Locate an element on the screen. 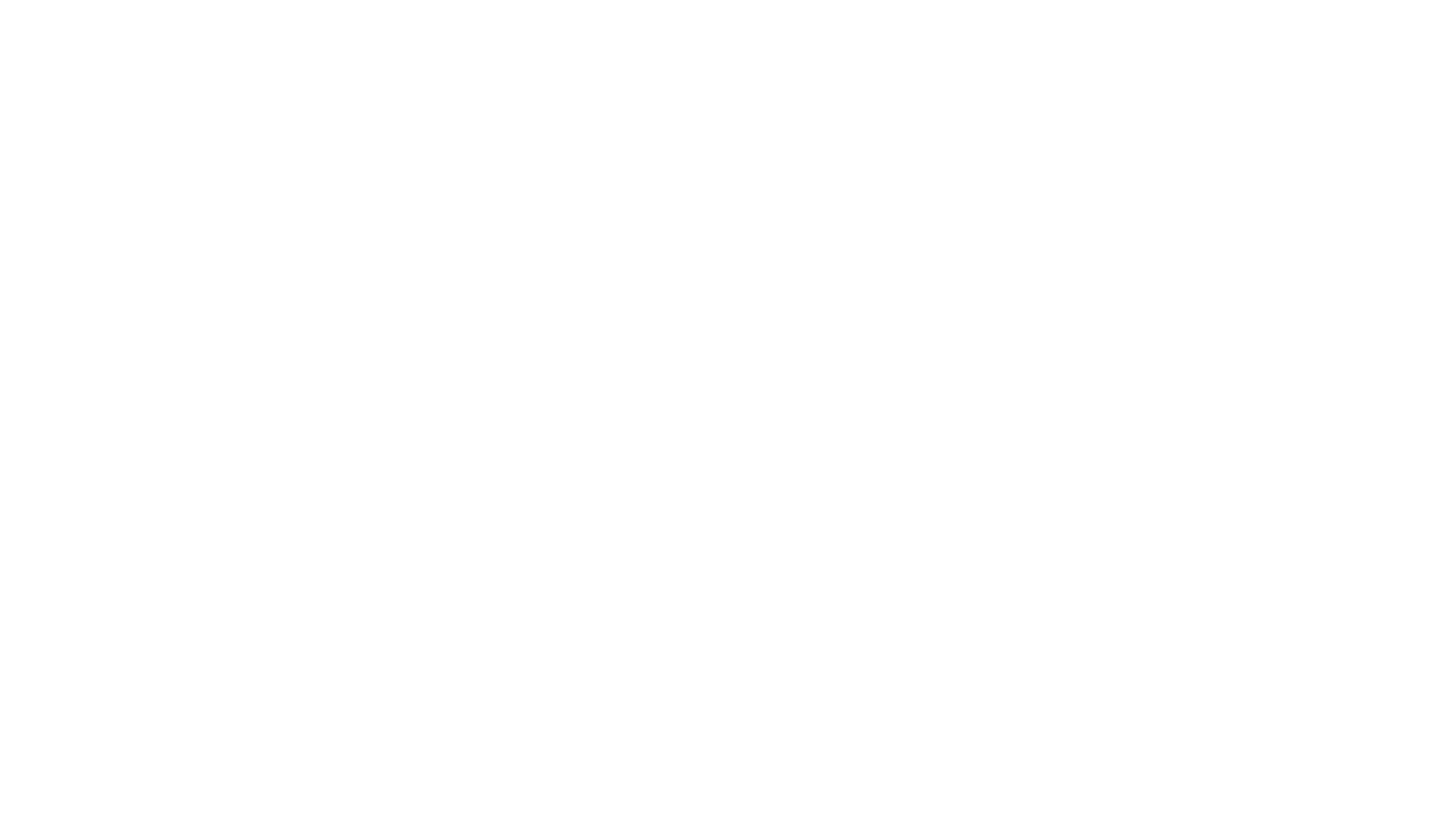 The width and height of the screenshot is (1456, 830). 'Resolution:' is located at coordinates (386, 153).